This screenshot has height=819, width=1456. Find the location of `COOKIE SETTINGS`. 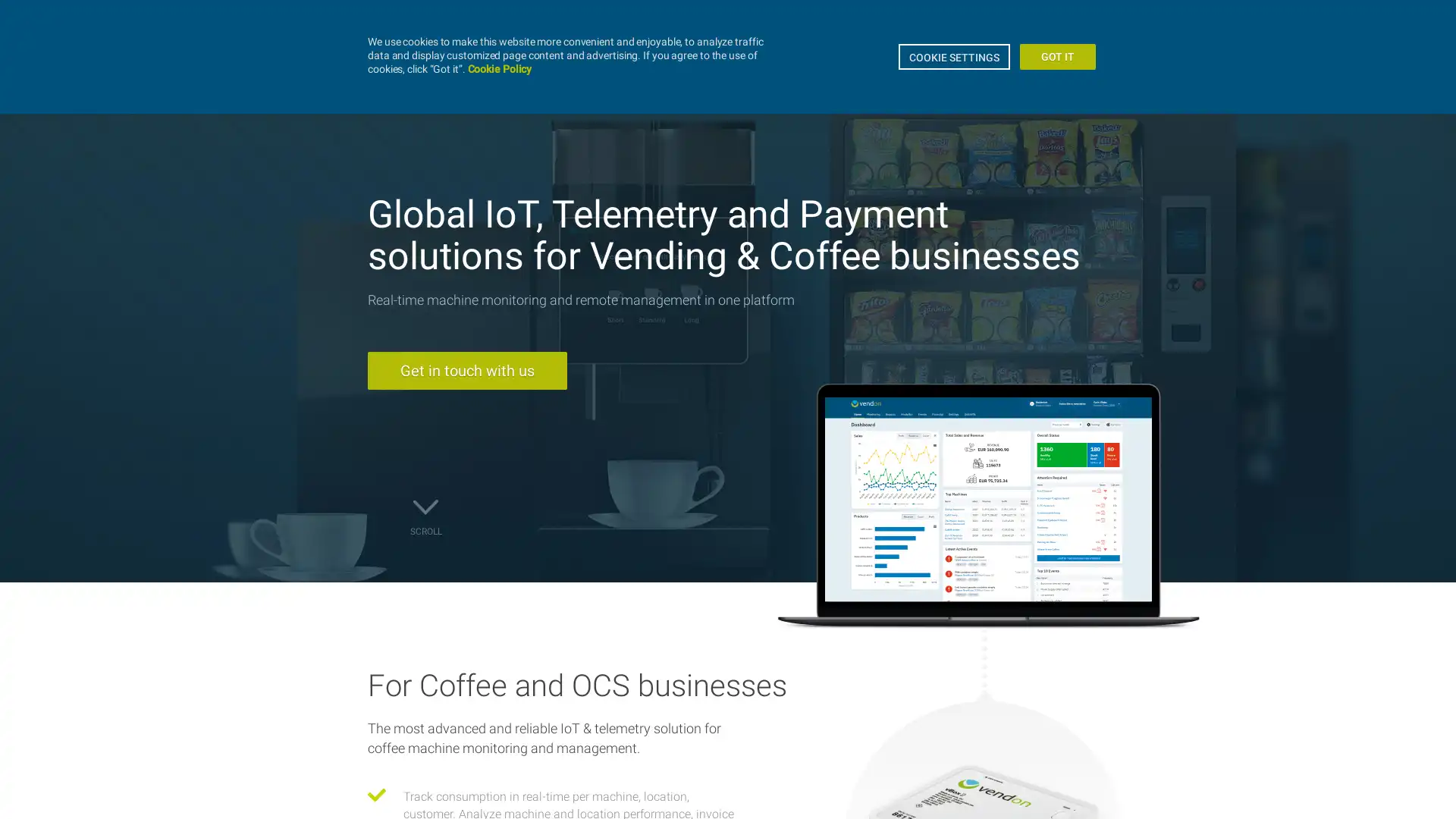

COOKIE SETTINGS is located at coordinates (953, 55).